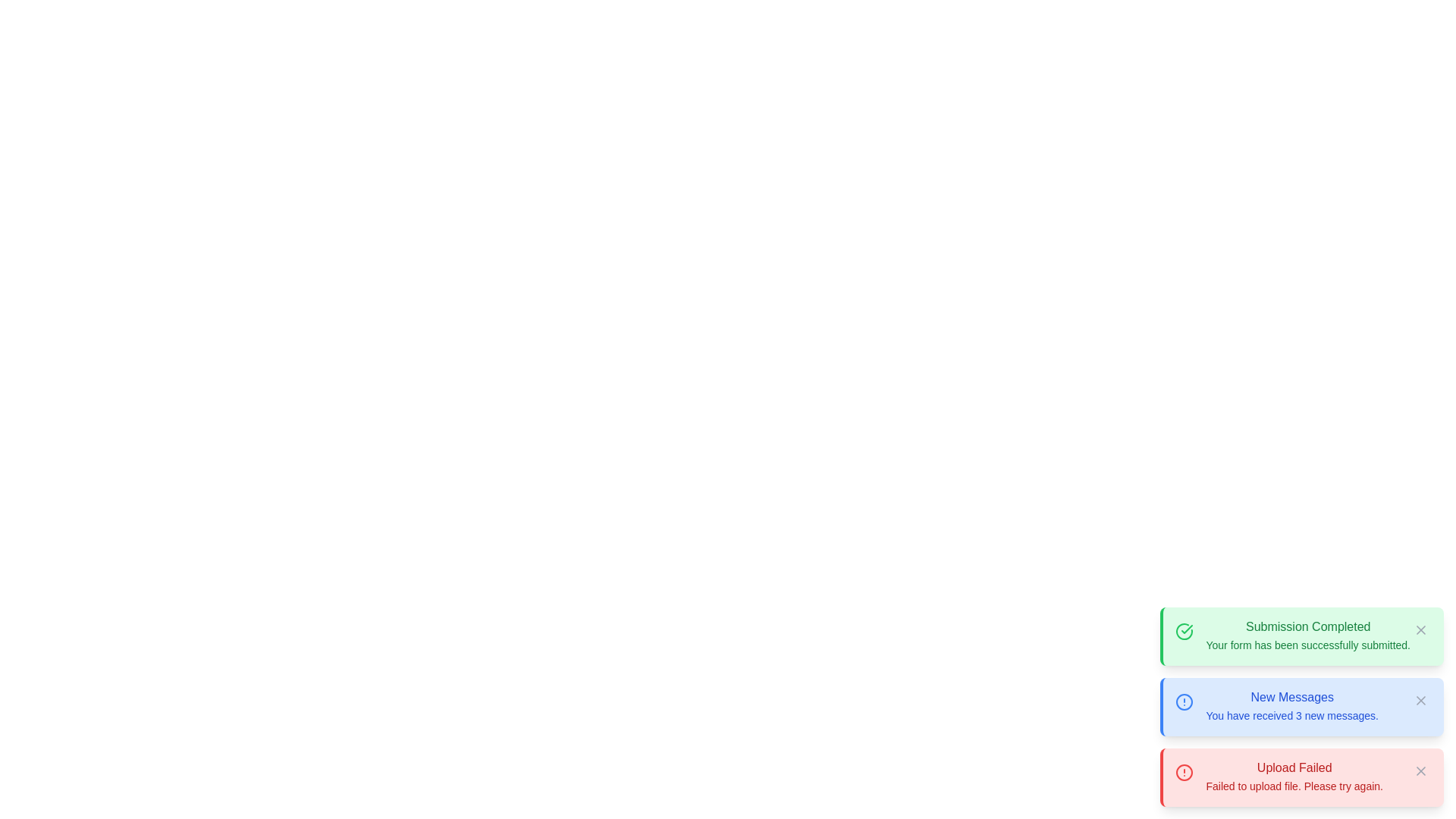 The width and height of the screenshot is (1456, 819). I want to click on the Notification banner that displays 'Upload Failed' with red styling, located in the bottom-most notification card on the lower right corner of the interface, so click(1294, 777).